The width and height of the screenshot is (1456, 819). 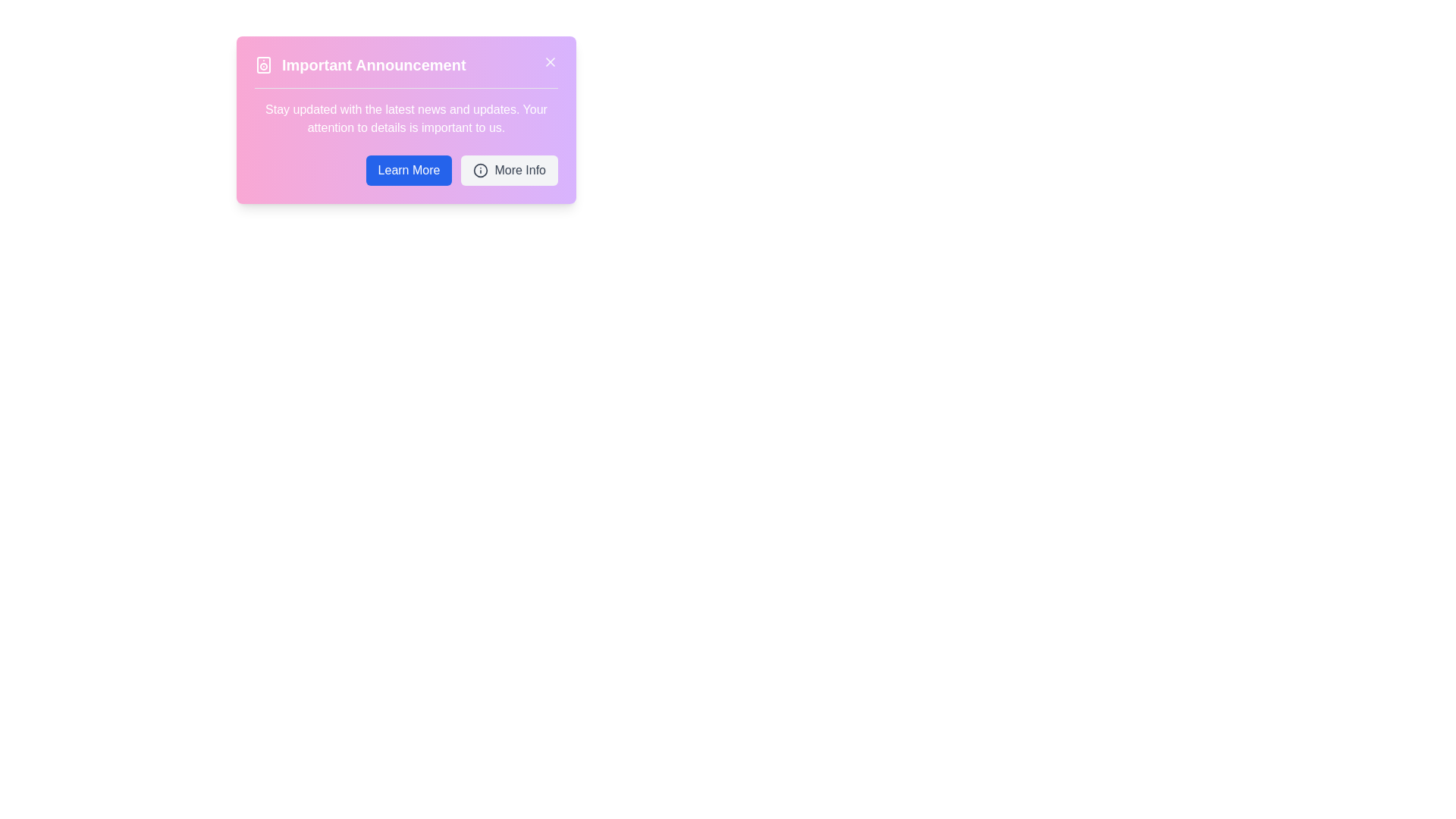 What do you see at coordinates (406, 71) in the screenshot?
I see `the Header element that has an icon and a close button` at bounding box center [406, 71].